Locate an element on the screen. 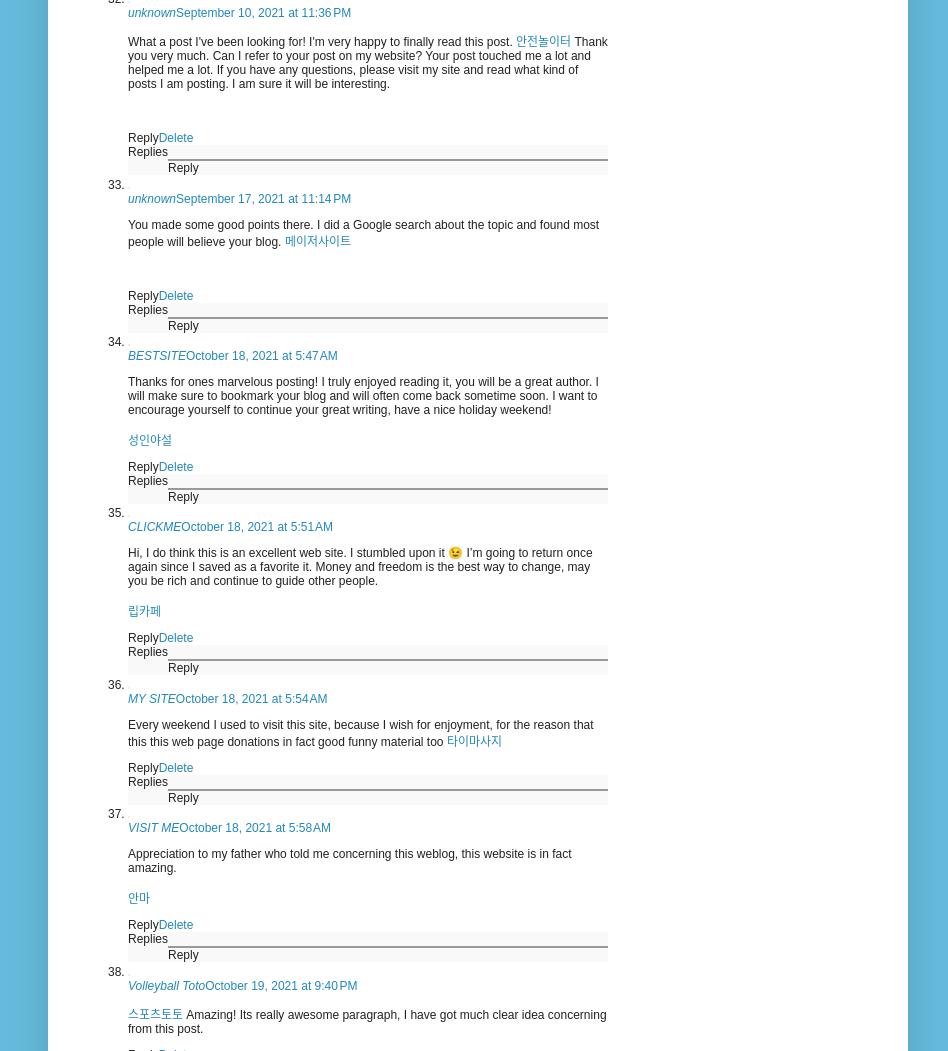  'September 17, 2021 at 11:14 PM' is located at coordinates (175, 198).